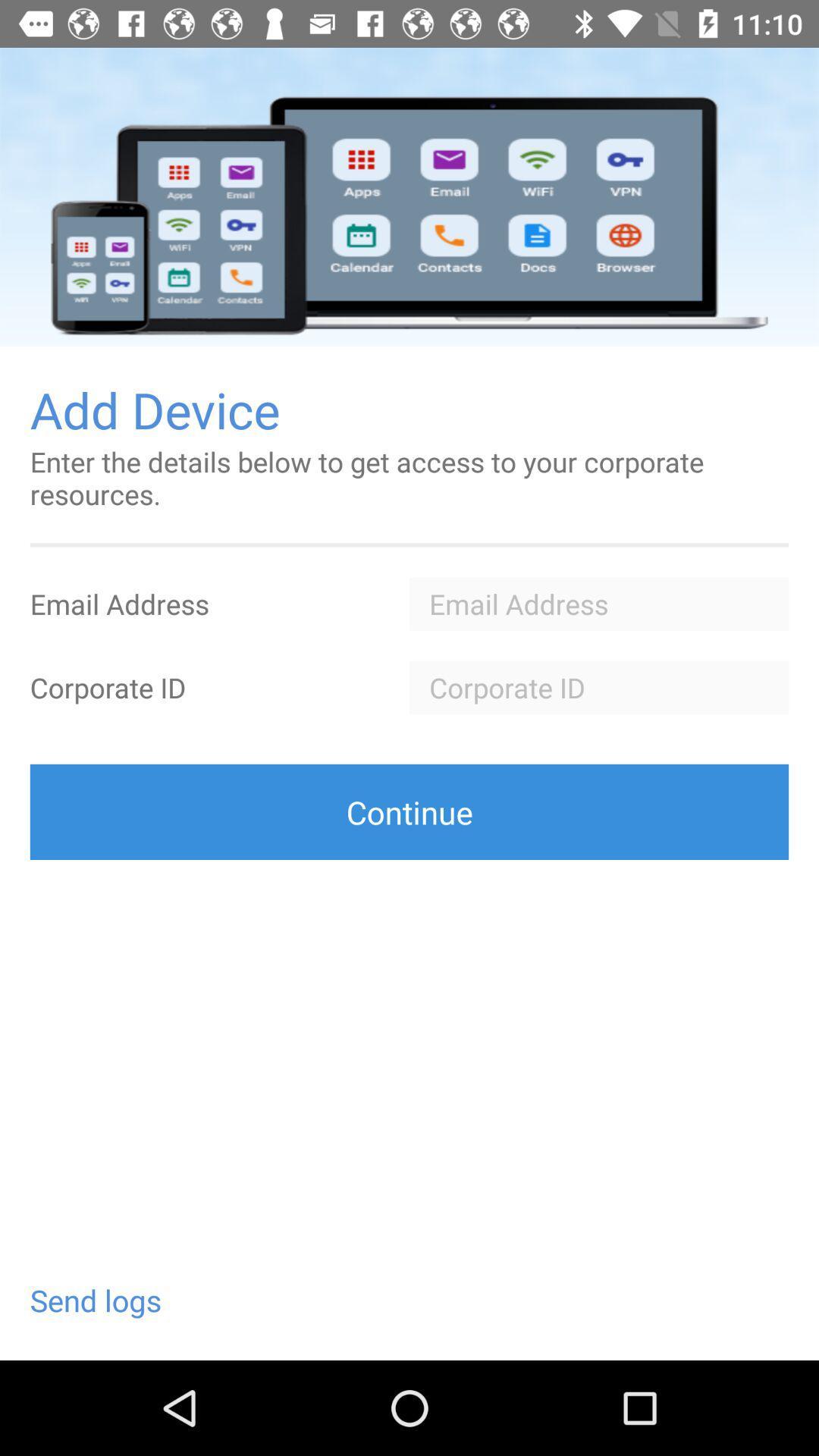  I want to click on the icon above the send logs icon, so click(409, 811).